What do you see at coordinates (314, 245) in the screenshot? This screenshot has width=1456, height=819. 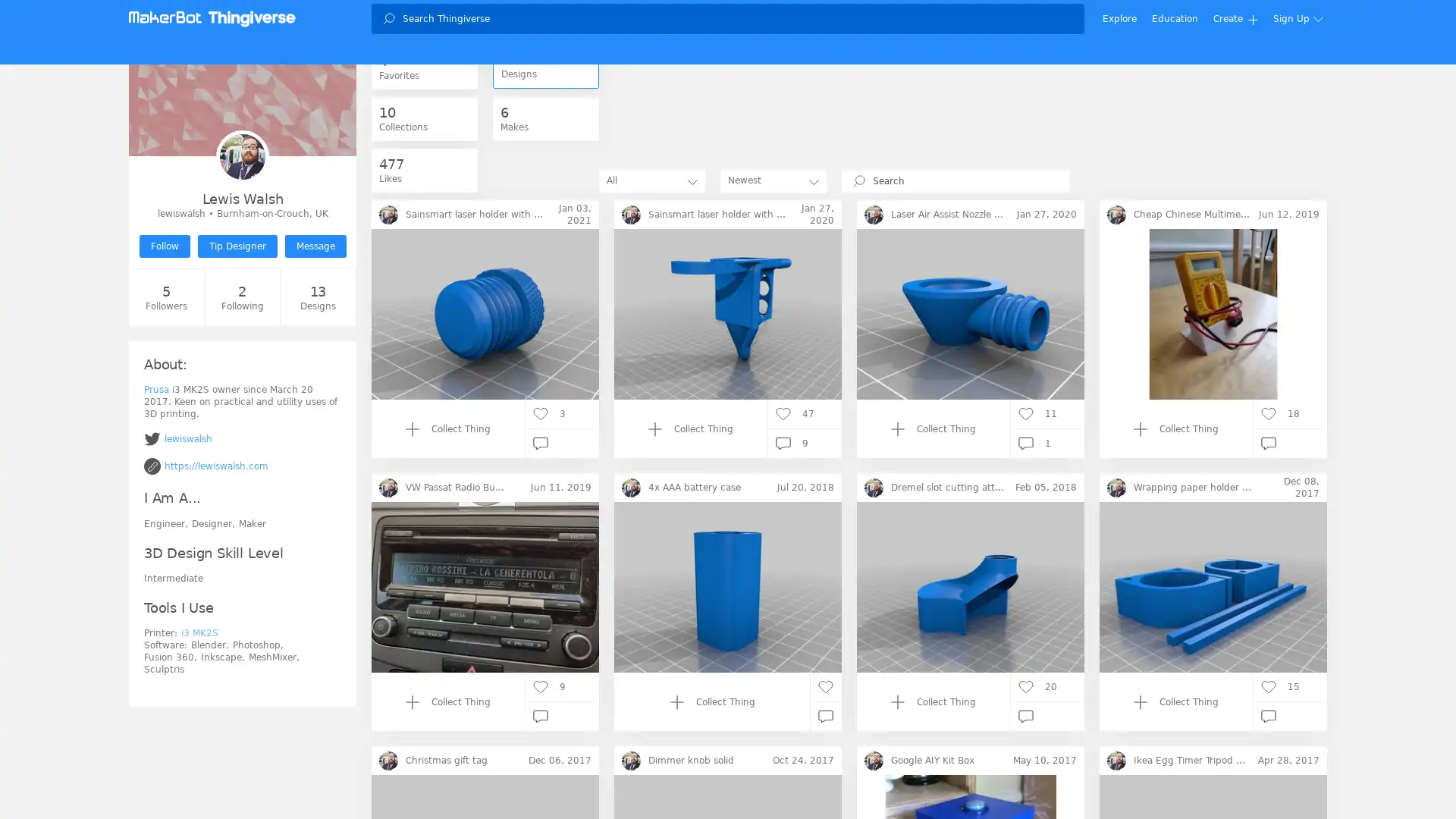 I see `Message` at bounding box center [314, 245].